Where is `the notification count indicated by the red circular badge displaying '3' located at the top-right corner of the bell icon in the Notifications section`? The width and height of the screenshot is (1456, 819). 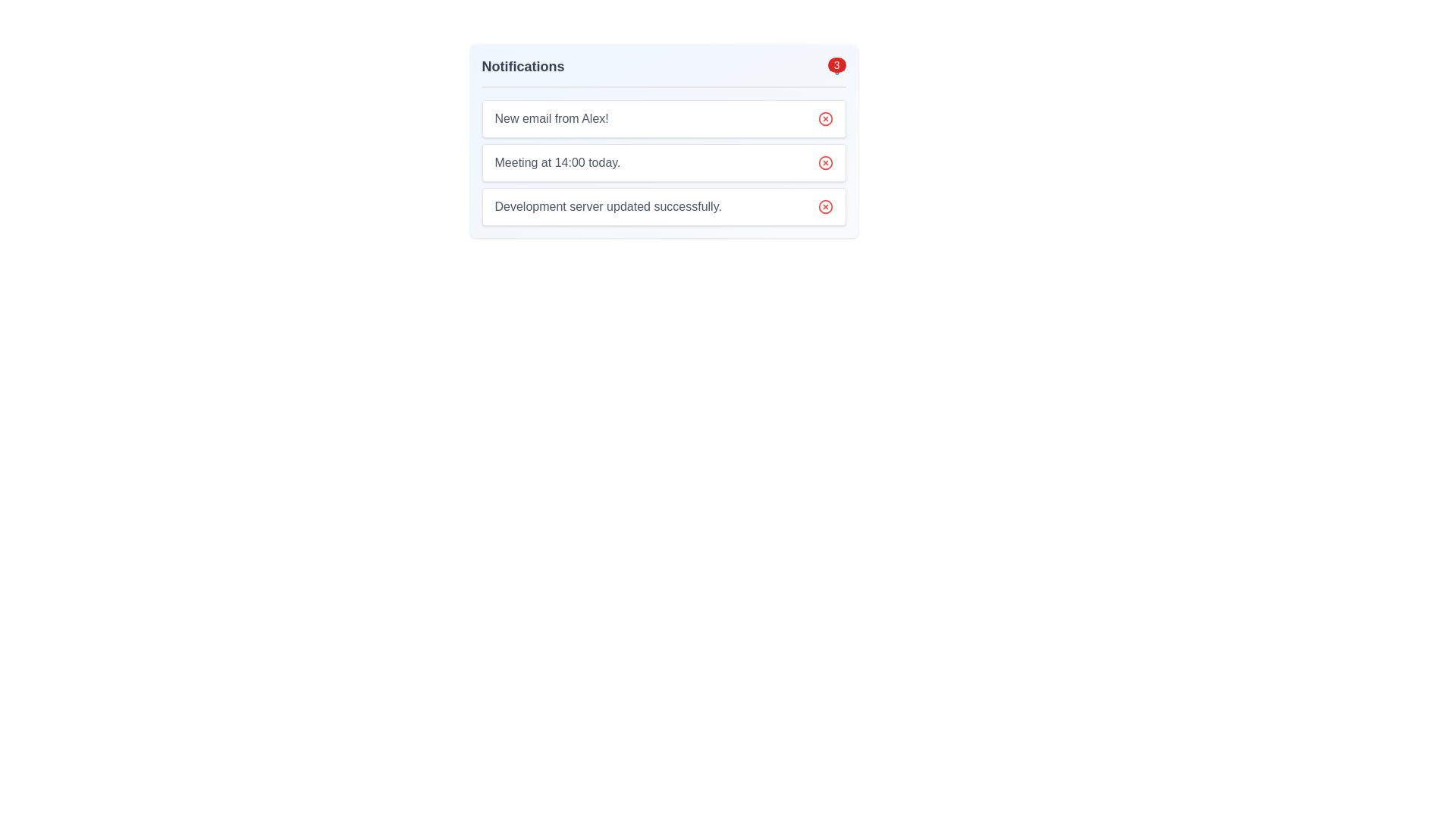
the notification count indicated by the red circular badge displaying '3' located at the top-right corner of the bell icon in the Notifications section is located at coordinates (836, 66).